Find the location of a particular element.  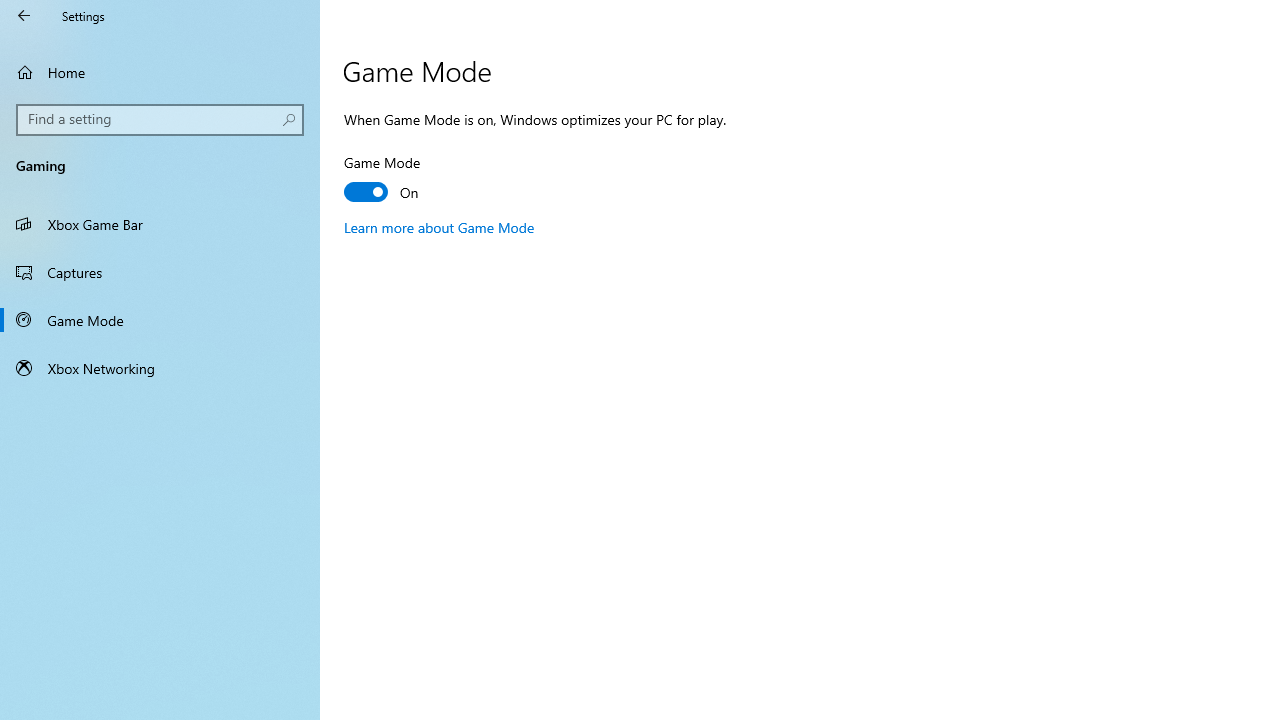

'Home' is located at coordinates (160, 71).